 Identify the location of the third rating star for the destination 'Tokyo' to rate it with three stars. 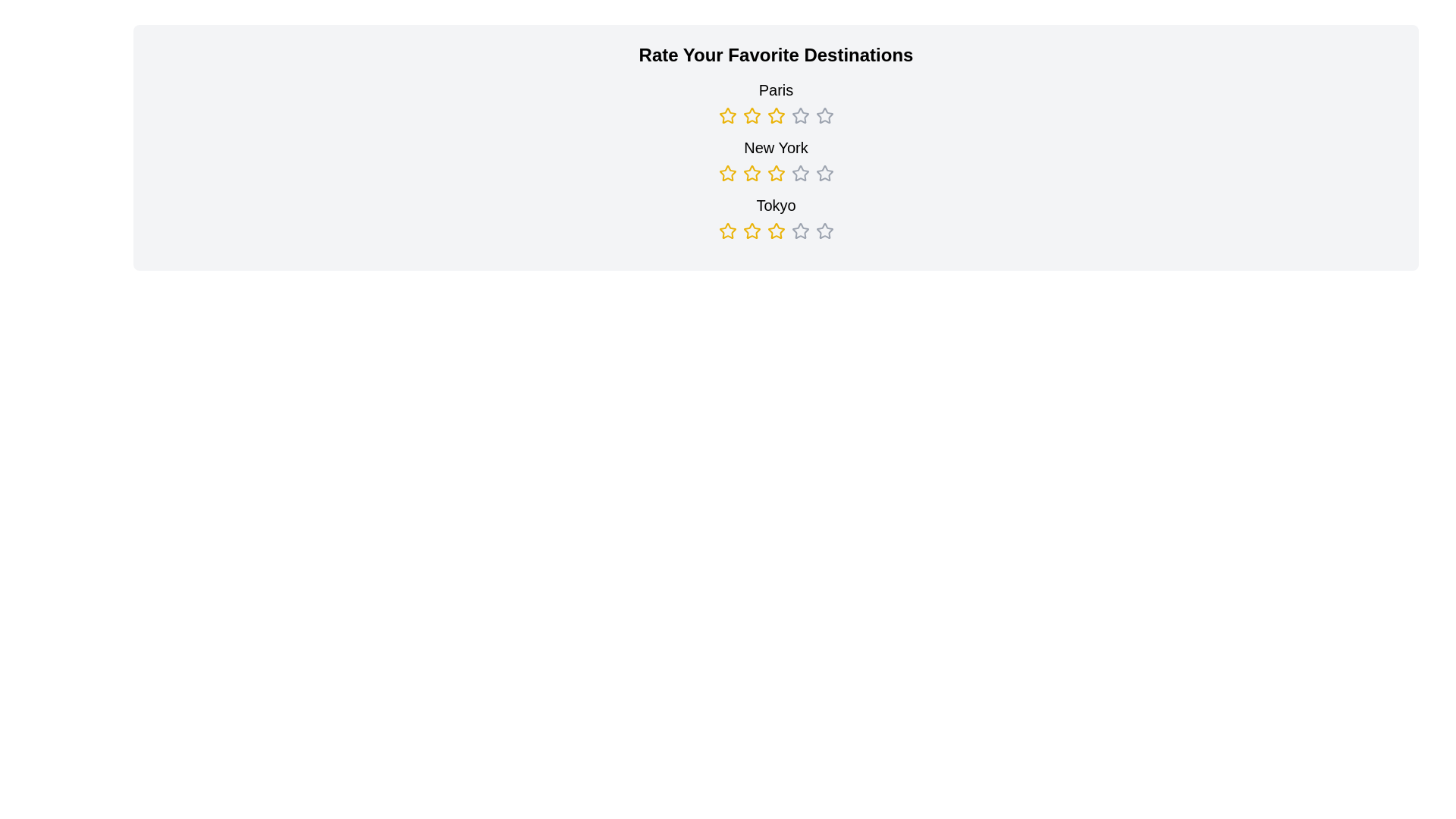
(752, 231).